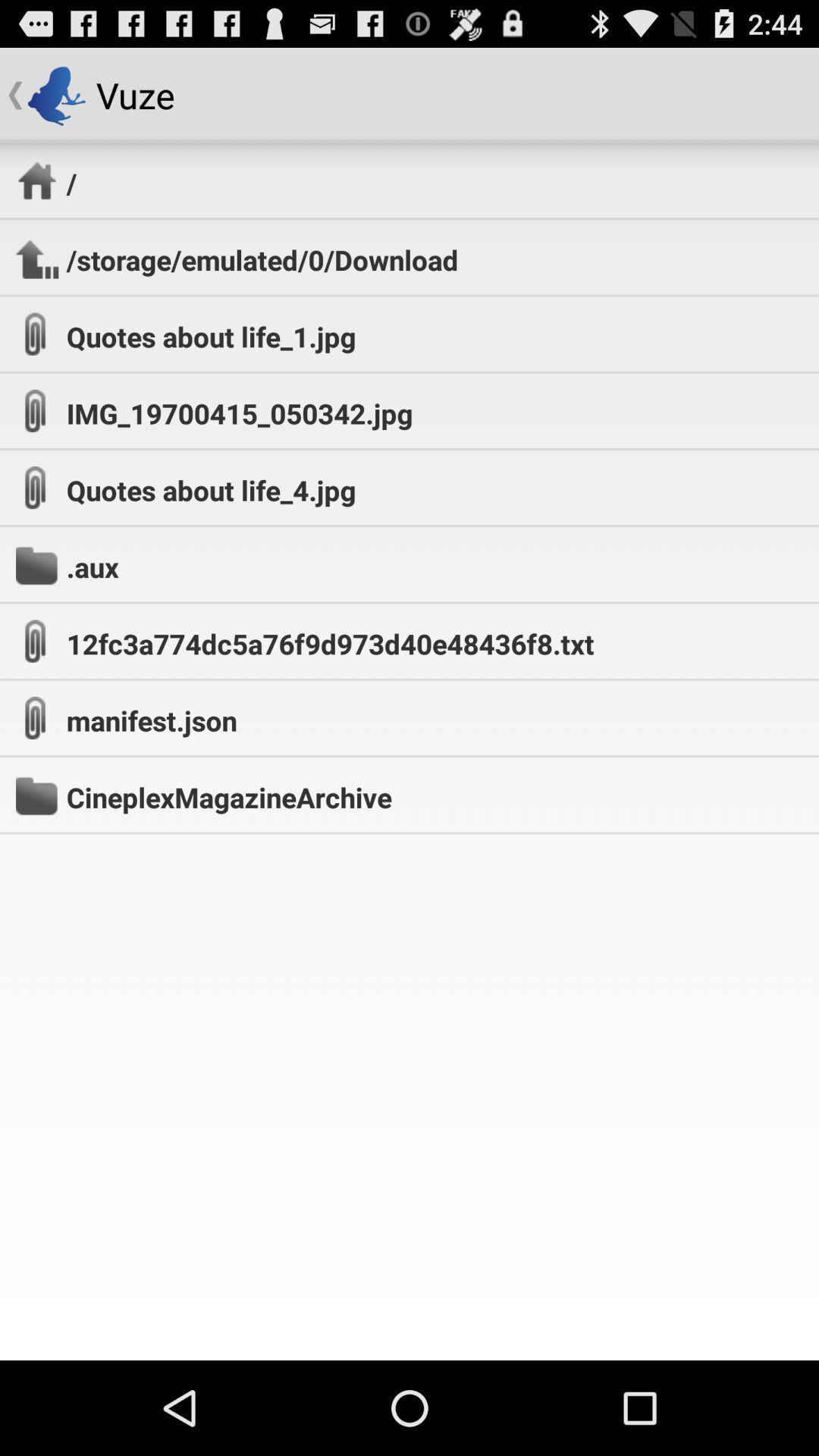 This screenshot has width=819, height=1456. I want to click on cineplexmagazinearchive item, so click(229, 796).